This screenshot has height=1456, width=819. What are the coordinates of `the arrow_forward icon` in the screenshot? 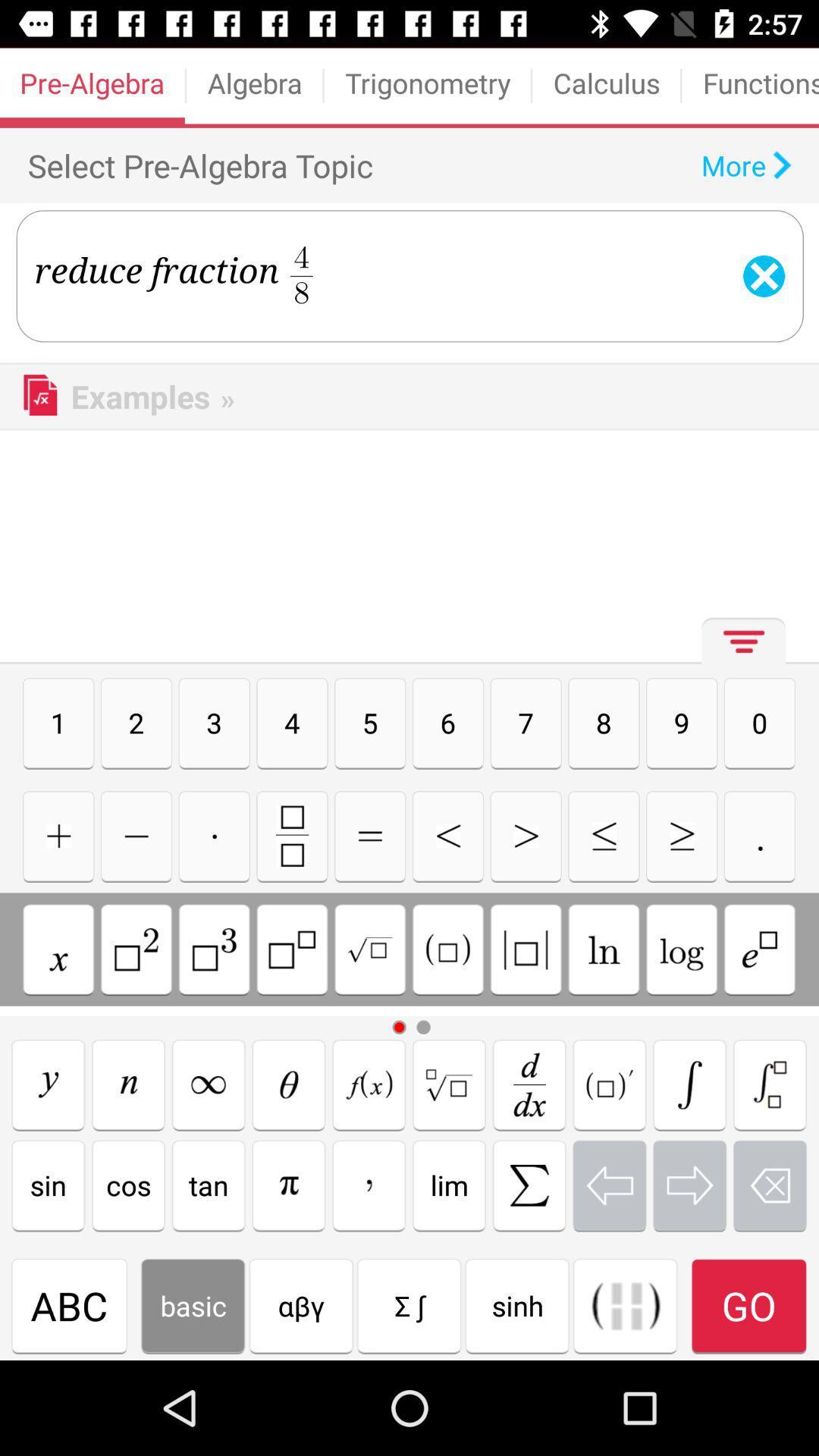 It's located at (681, 835).